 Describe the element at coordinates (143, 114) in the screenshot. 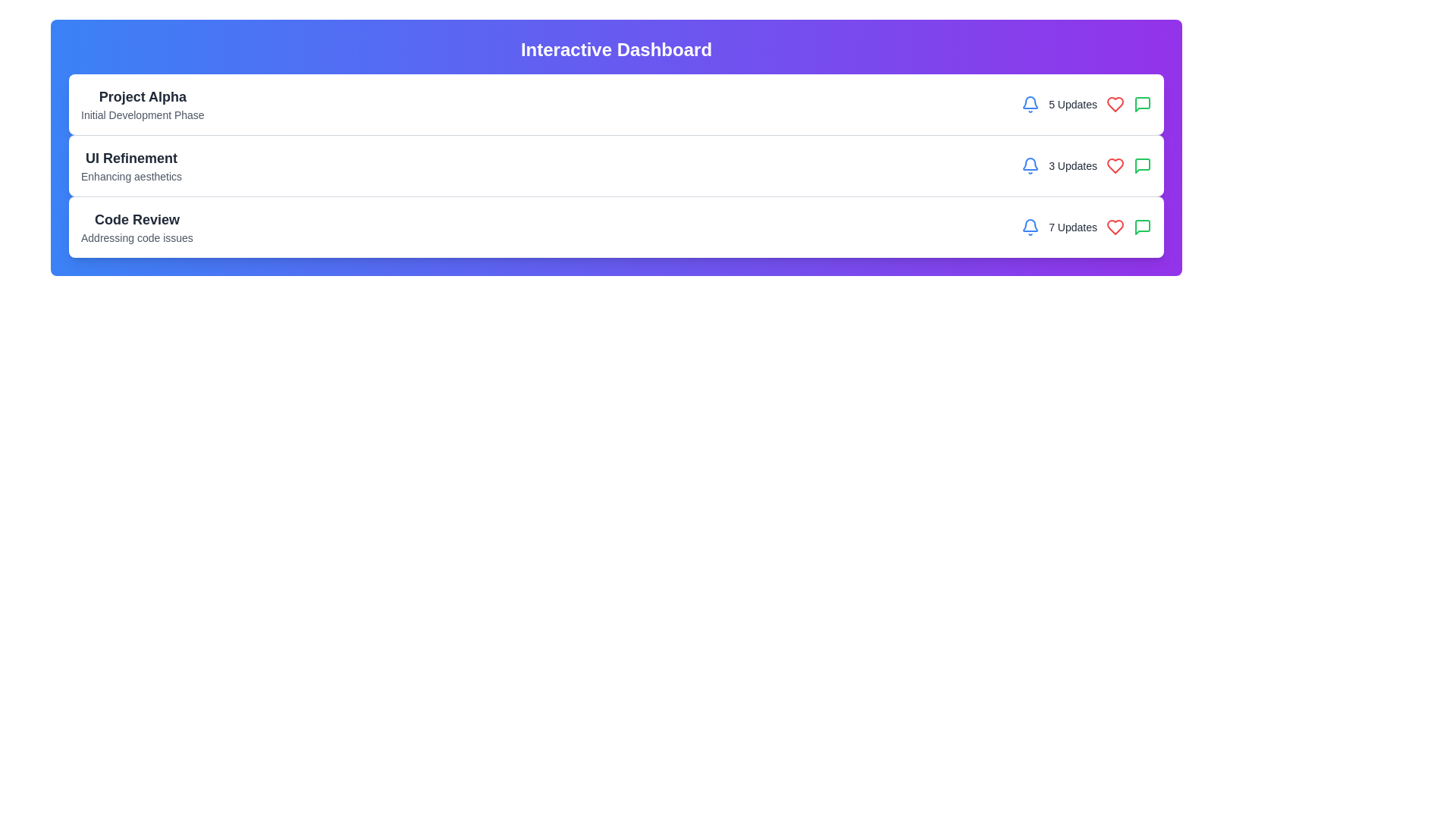

I see `the text label displaying 'Initial Development Phase', which is styled in small gray font beneath 'Project Alpha' in a list layout` at that location.